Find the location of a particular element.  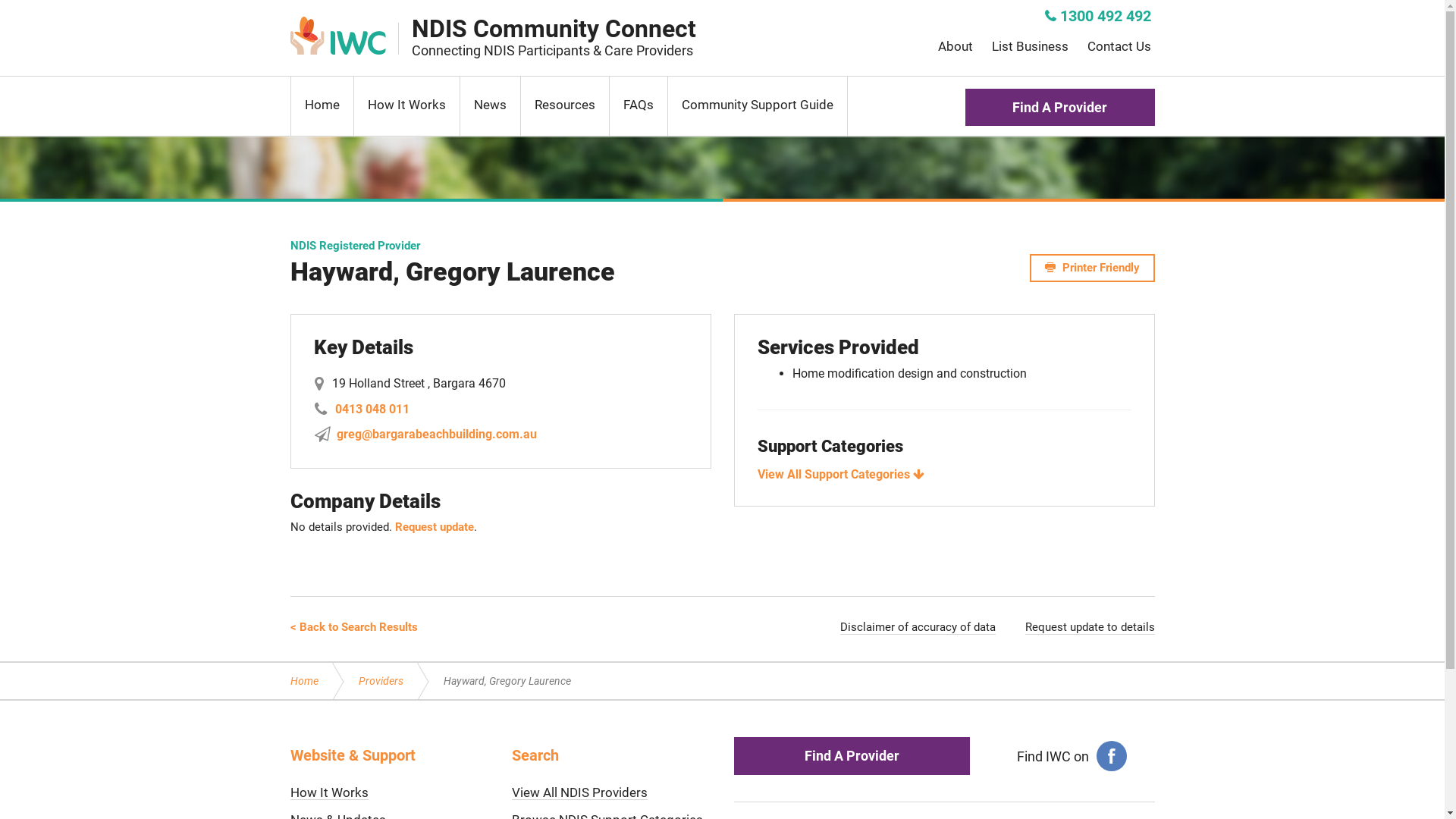

'News' is located at coordinates (489, 105).